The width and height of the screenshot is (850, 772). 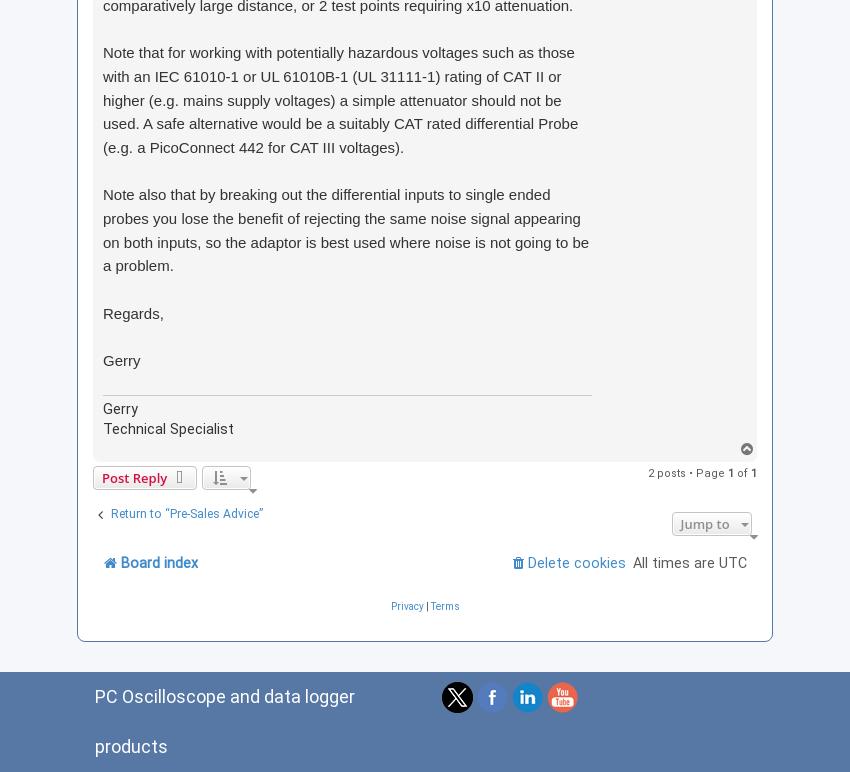 I want to click on 'Jump to', so click(x=680, y=523).